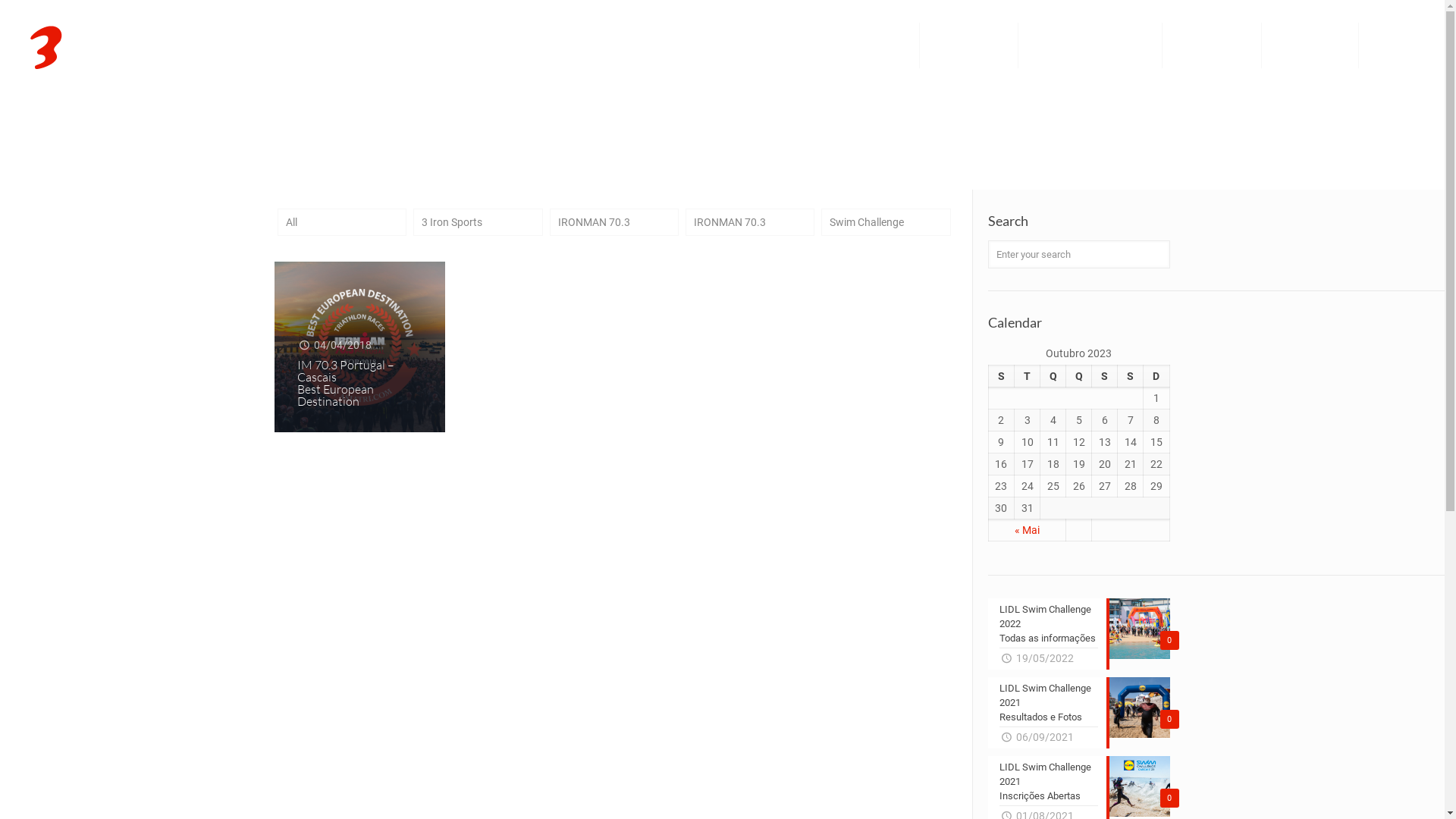 The width and height of the screenshot is (1456, 819). I want to click on 'SWIM CHALLENGE', so click(968, 45).